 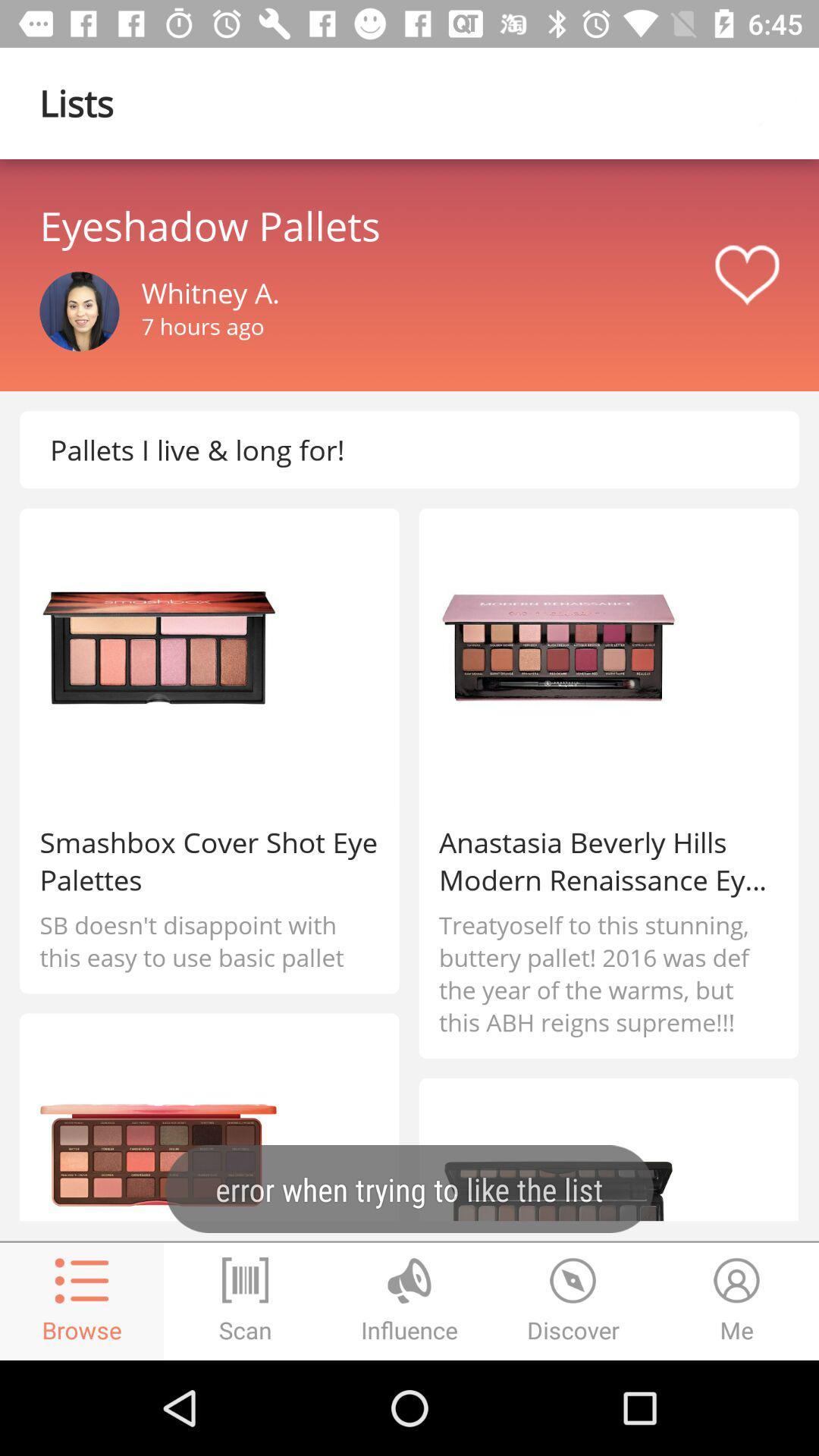 What do you see at coordinates (79, 311) in the screenshot?
I see `image setting the mail` at bounding box center [79, 311].